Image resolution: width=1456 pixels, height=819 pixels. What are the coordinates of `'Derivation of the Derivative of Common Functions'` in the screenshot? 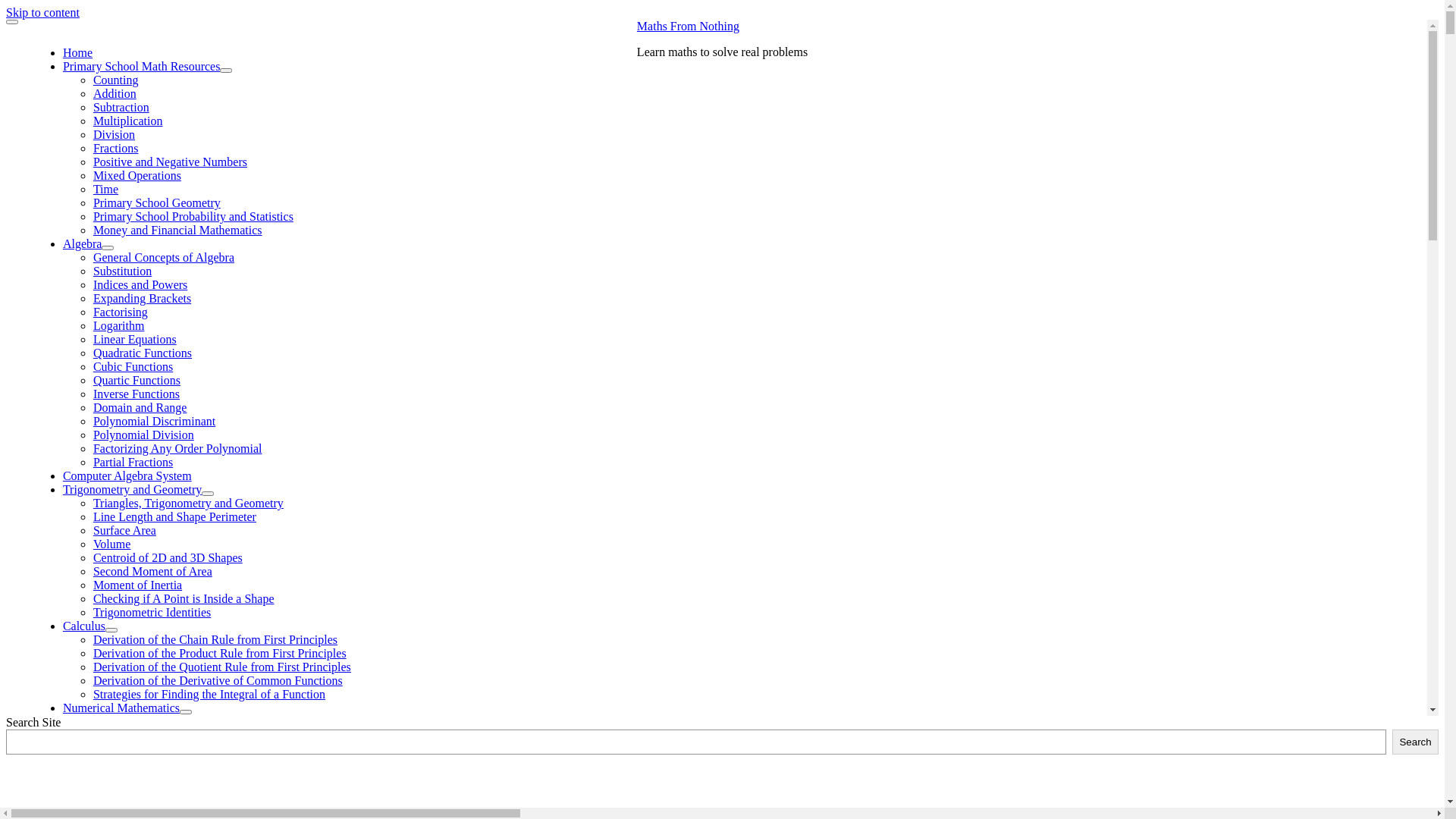 It's located at (217, 679).